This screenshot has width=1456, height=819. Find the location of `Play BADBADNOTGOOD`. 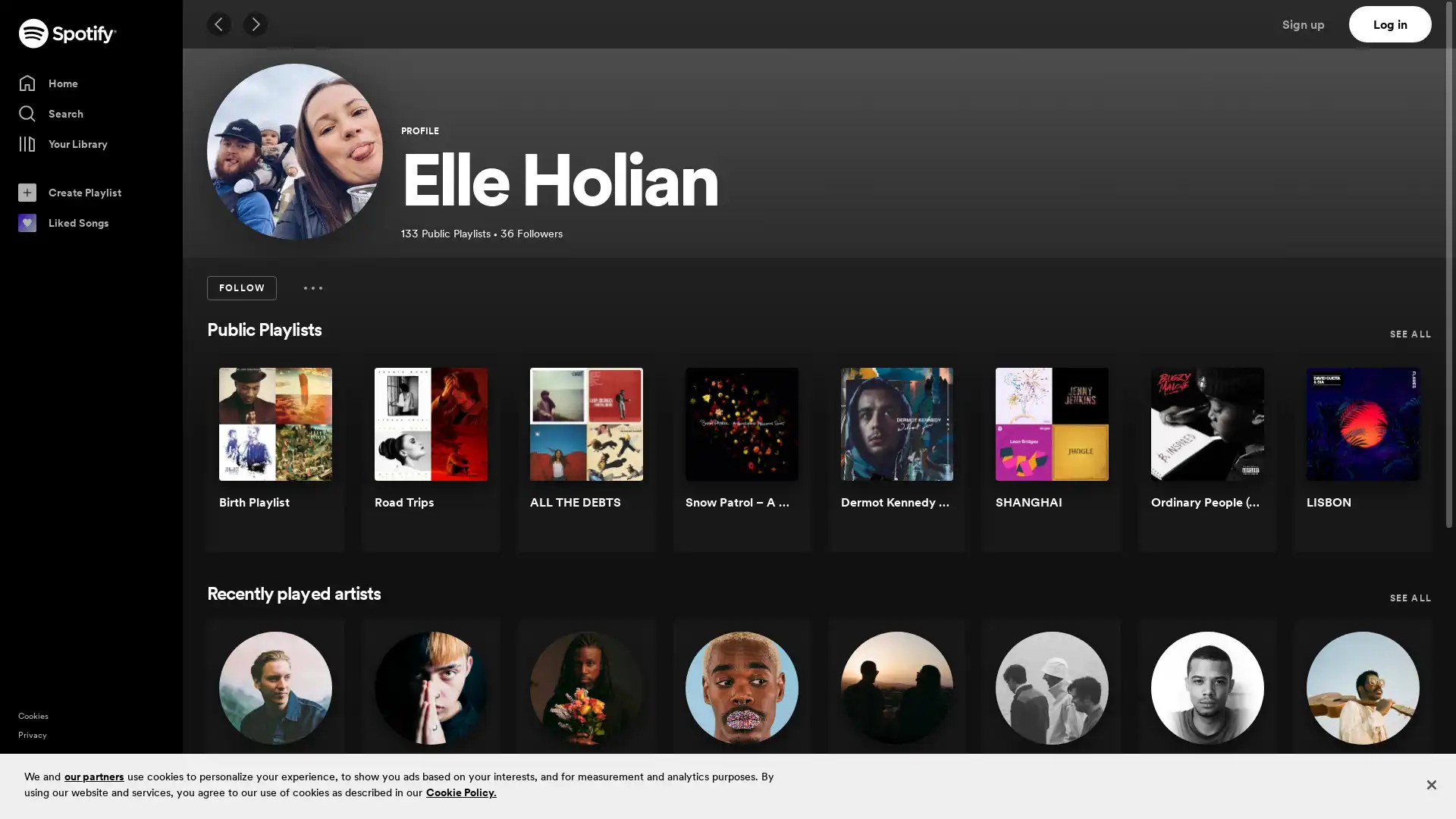

Play BADBADNOTGOOD is located at coordinates (1084, 724).